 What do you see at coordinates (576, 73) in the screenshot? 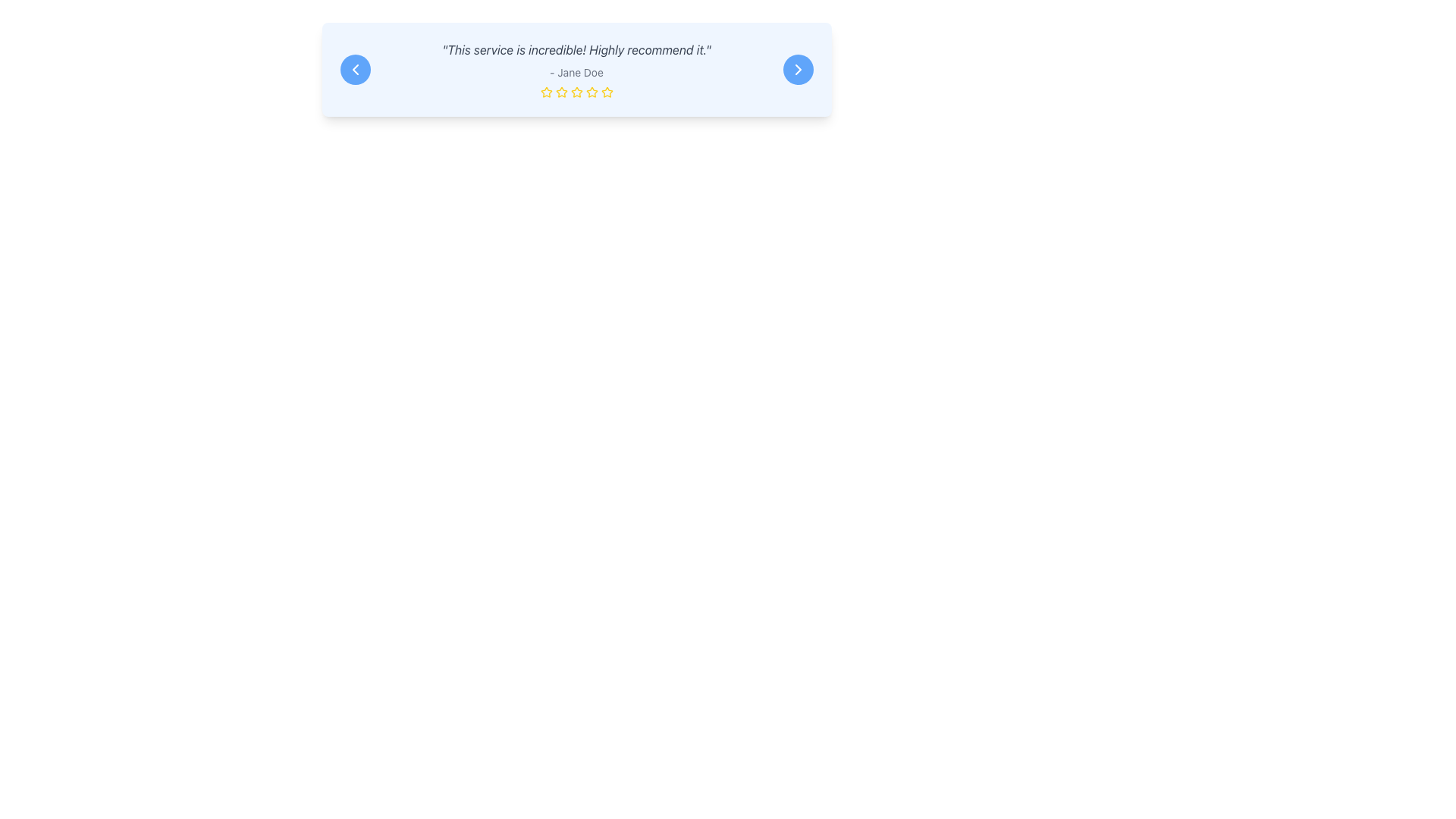
I see `the text element that reads '- Jane Doe', which is displayed in light-gray color and is positioned below a larger user testimonial text` at bounding box center [576, 73].